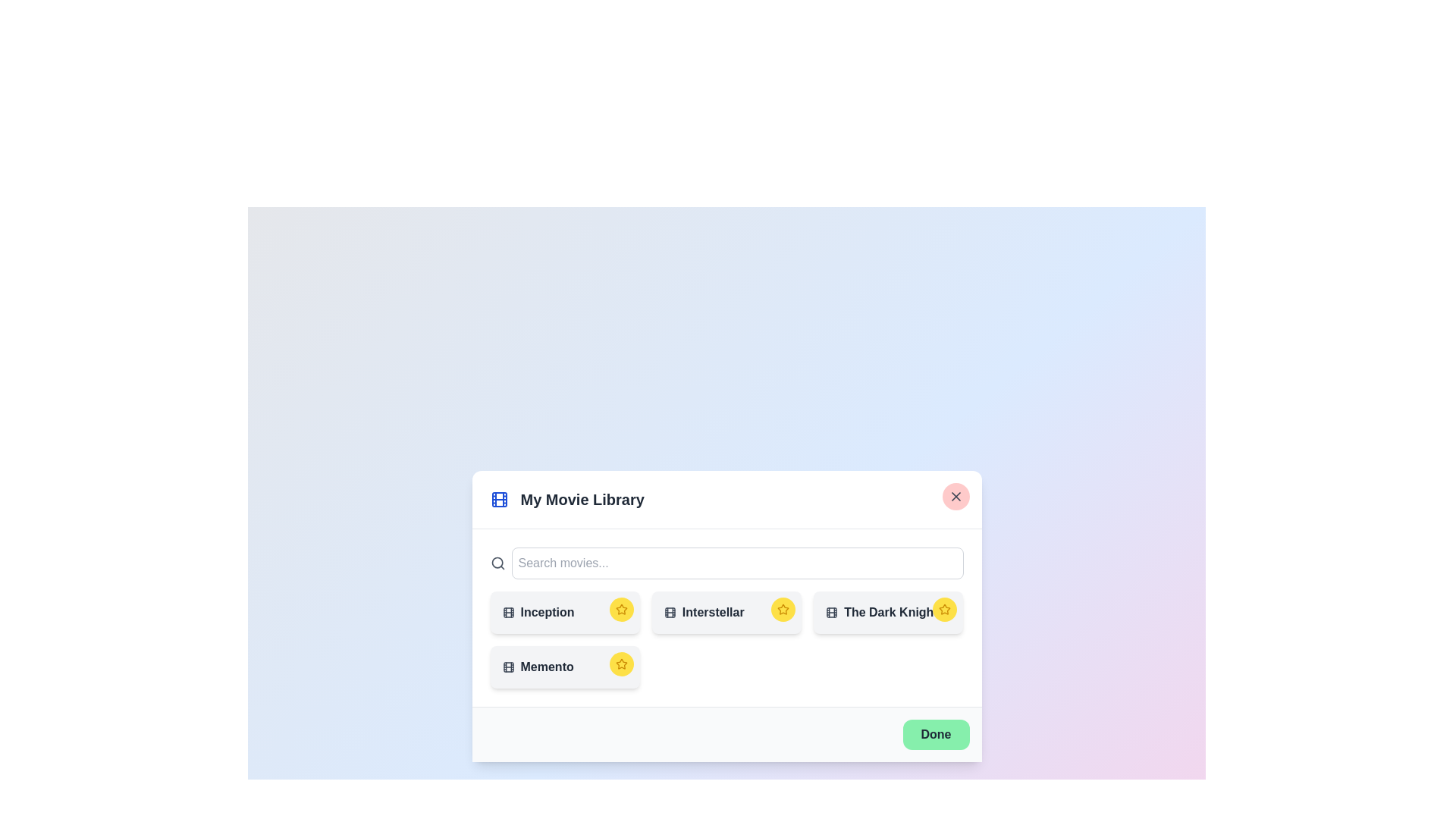 The image size is (1456, 819). I want to click on the yellow star-shaped icon in the movie selection interface under 'My Movie Library' to express selection or rating, so click(621, 608).